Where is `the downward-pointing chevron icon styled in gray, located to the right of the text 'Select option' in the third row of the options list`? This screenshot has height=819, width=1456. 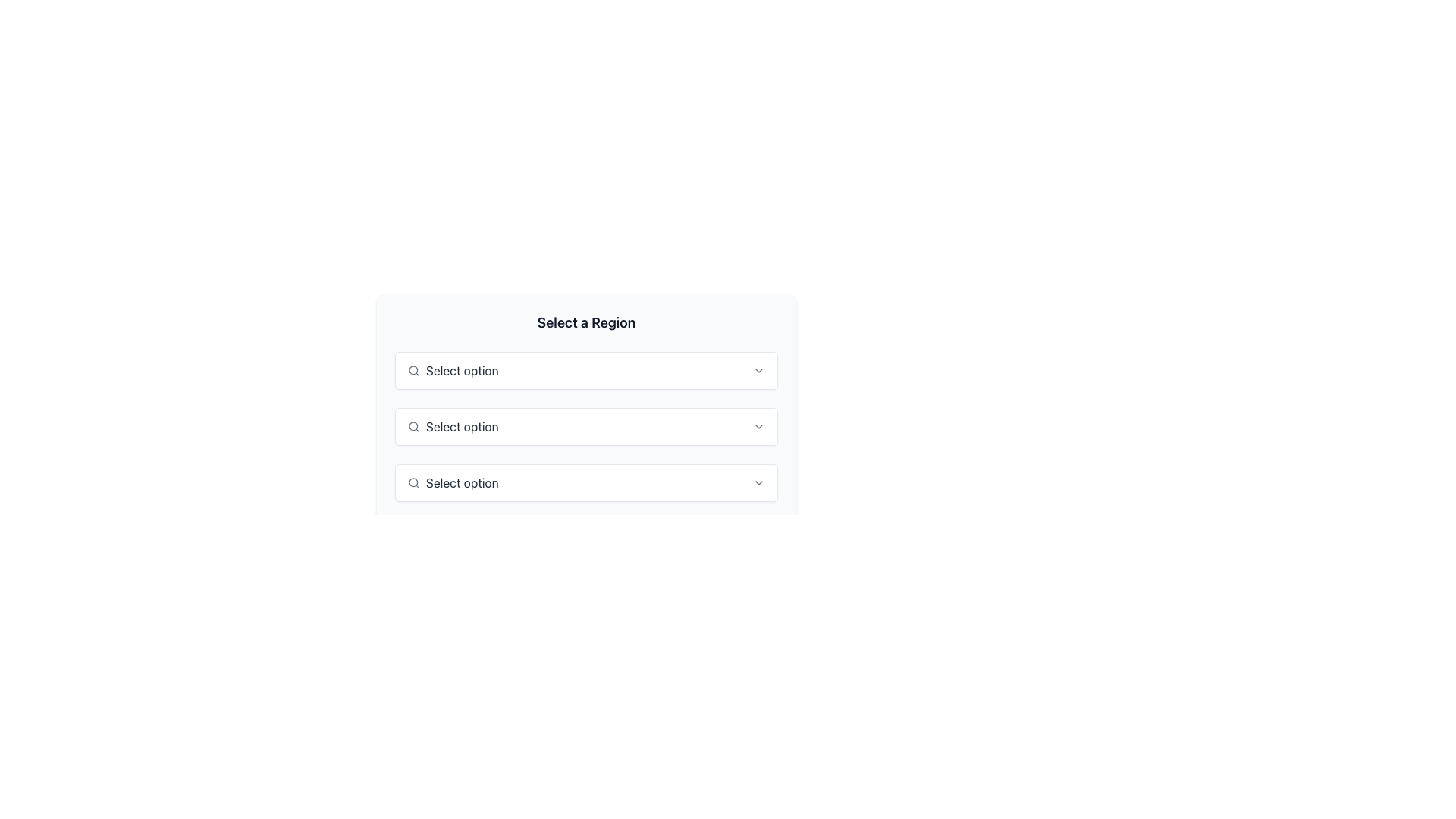
the downward-pointing chevron icon styled in gray, located to the right of the text 'Select option' in the third row of the options list is located at coordinates (759, 482).